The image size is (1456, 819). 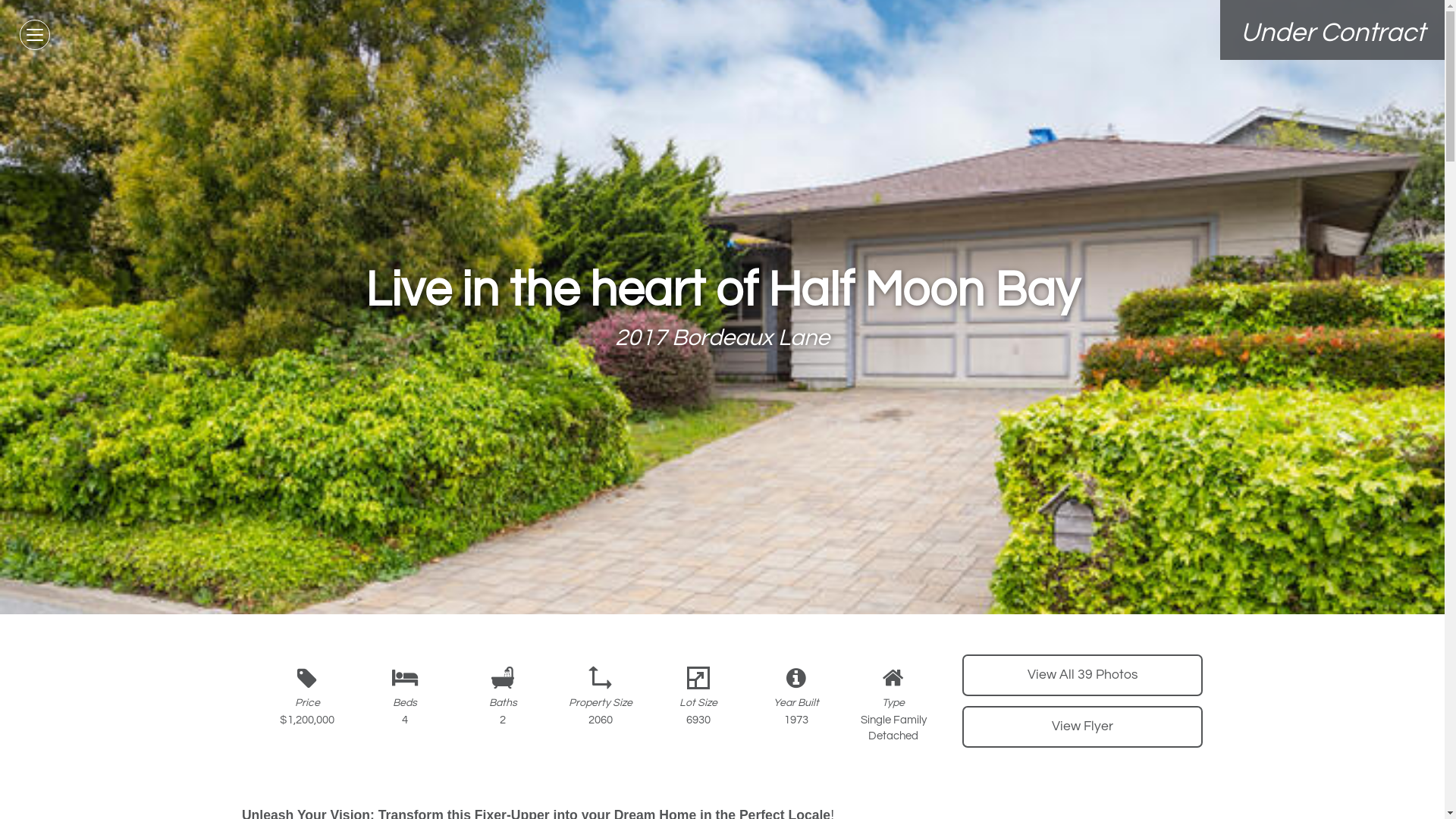 I want to click on 'View Flyer', so click(x=1081, y=726).